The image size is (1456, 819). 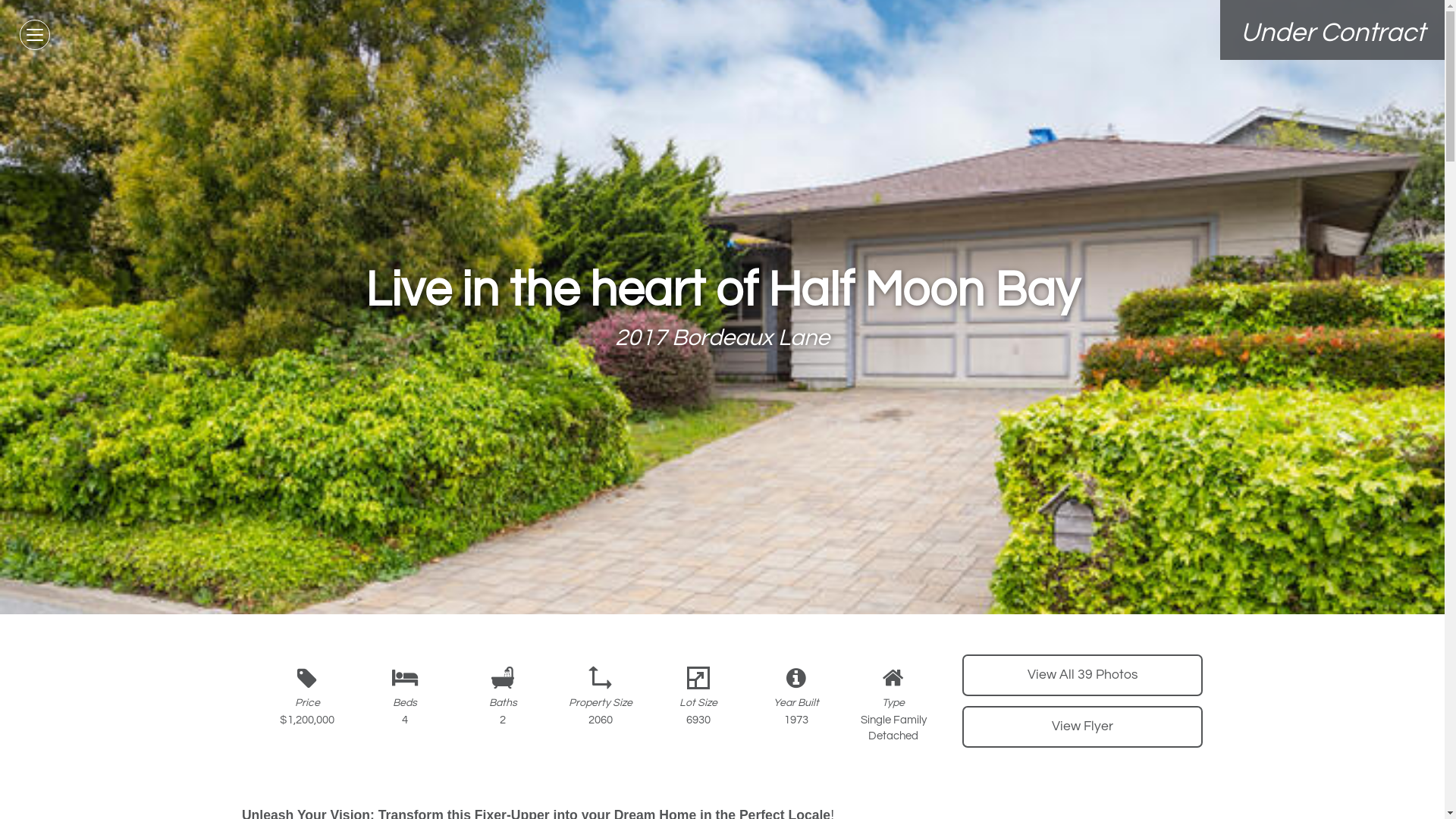 I want to click on 'View Flyer', so click(x=1081, y=726).